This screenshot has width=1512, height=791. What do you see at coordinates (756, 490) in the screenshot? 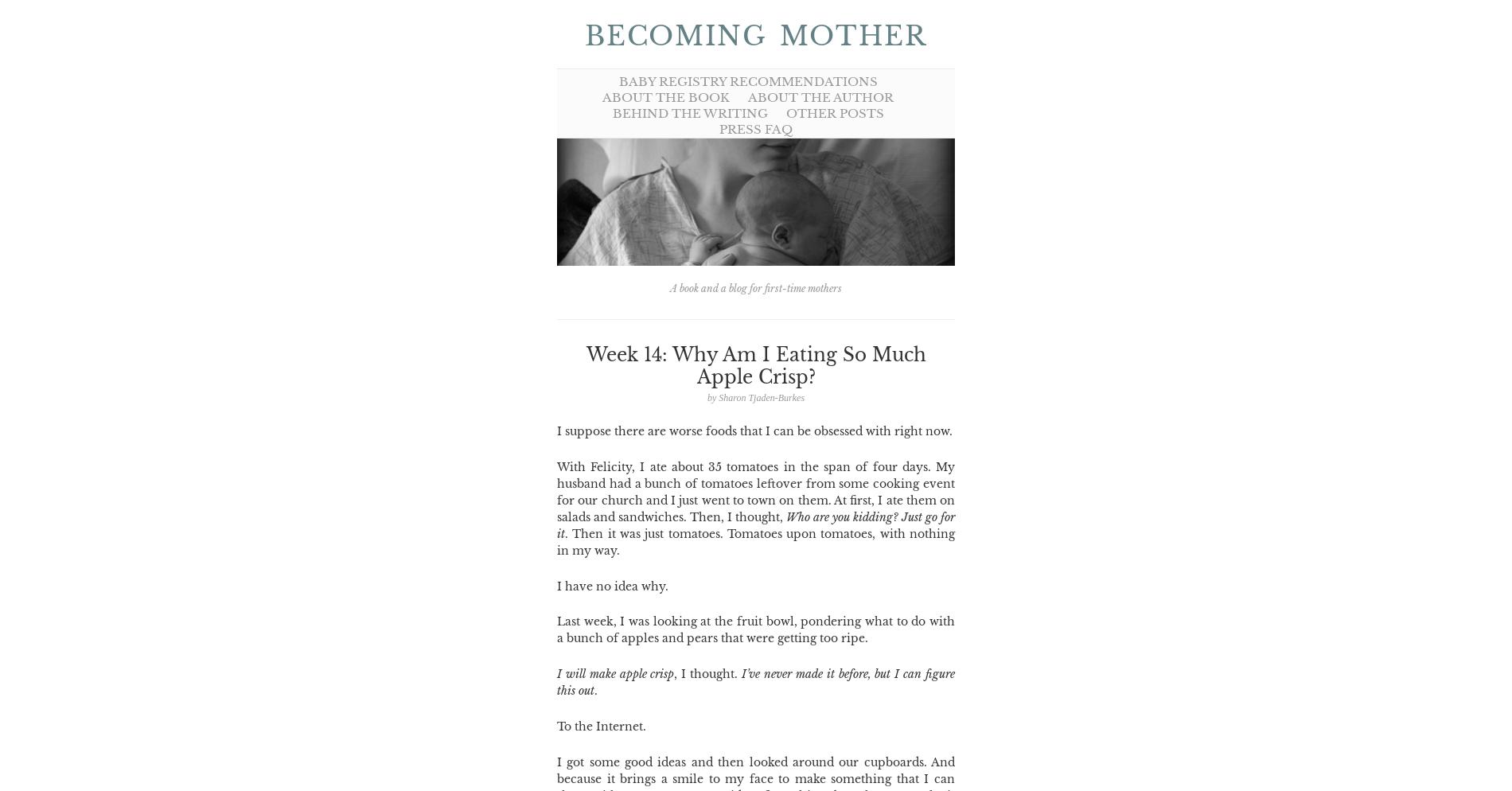
I see `'With Felicity, I ate about 35 tomatoes in the span of four days. My husband had a bunch of tomatoes leftover from some cooking event for our church and I just went to town on them. At first, I ate them on salads and sandwiches. Then, I thought,'` at bounding box center [756, 490].